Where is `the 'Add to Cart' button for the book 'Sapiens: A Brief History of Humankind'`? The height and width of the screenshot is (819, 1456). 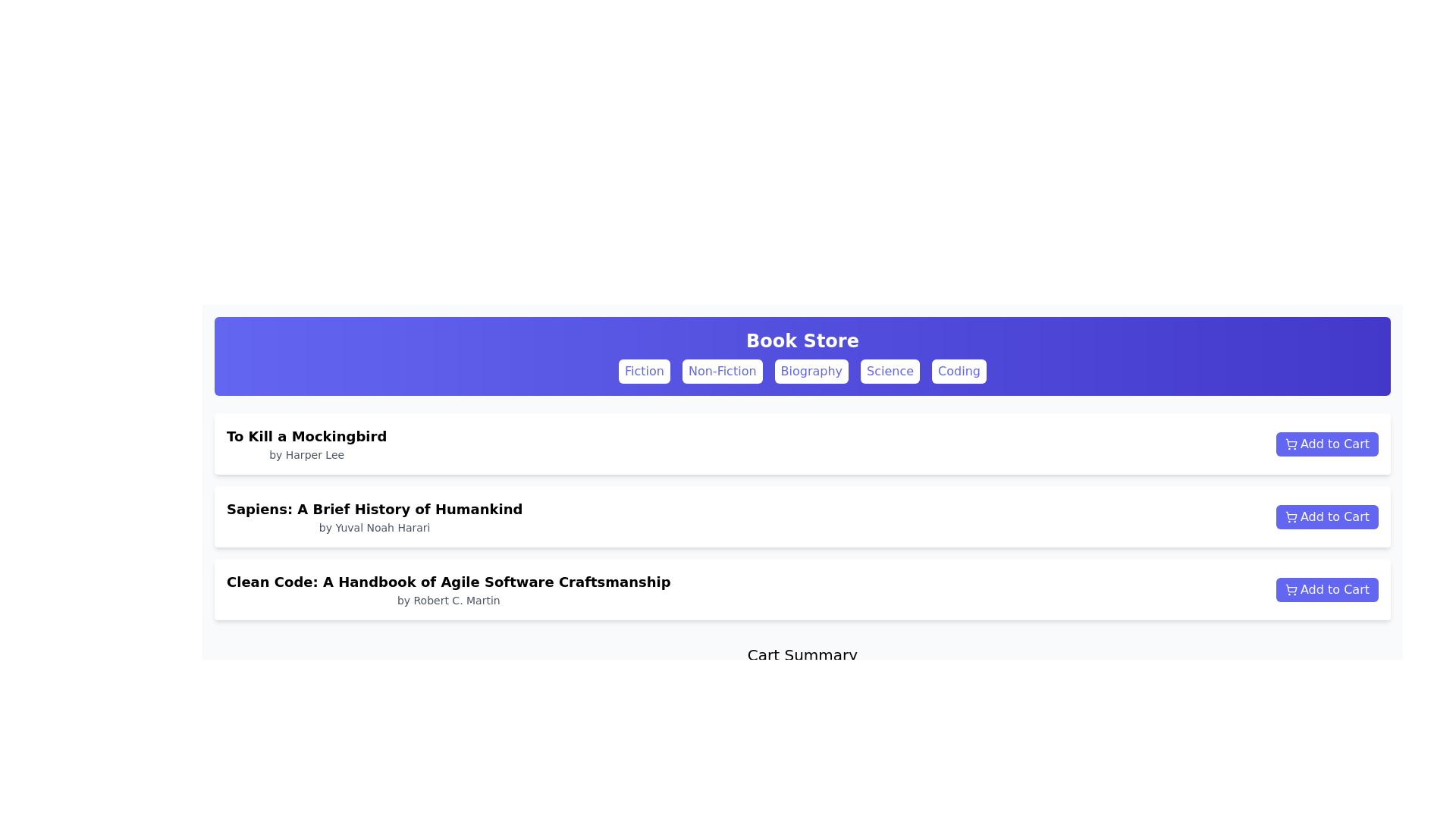
the 'Add to Cart' button for the book 'Sapiens: A Brief History of Humankind' is located at coordinates (1326, 516).